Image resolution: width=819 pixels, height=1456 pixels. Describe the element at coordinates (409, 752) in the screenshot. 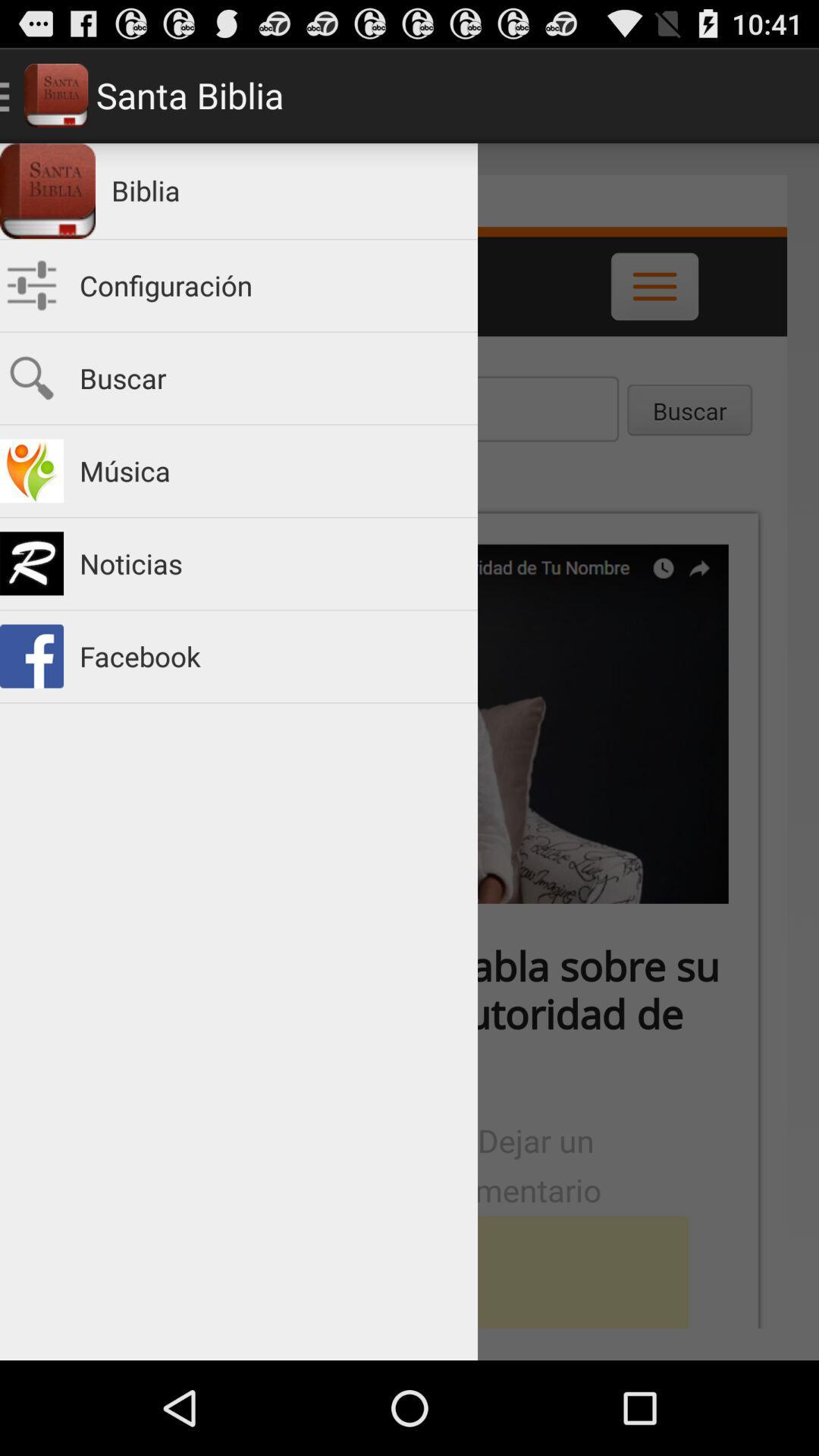

I see `icon at the center` at that location.